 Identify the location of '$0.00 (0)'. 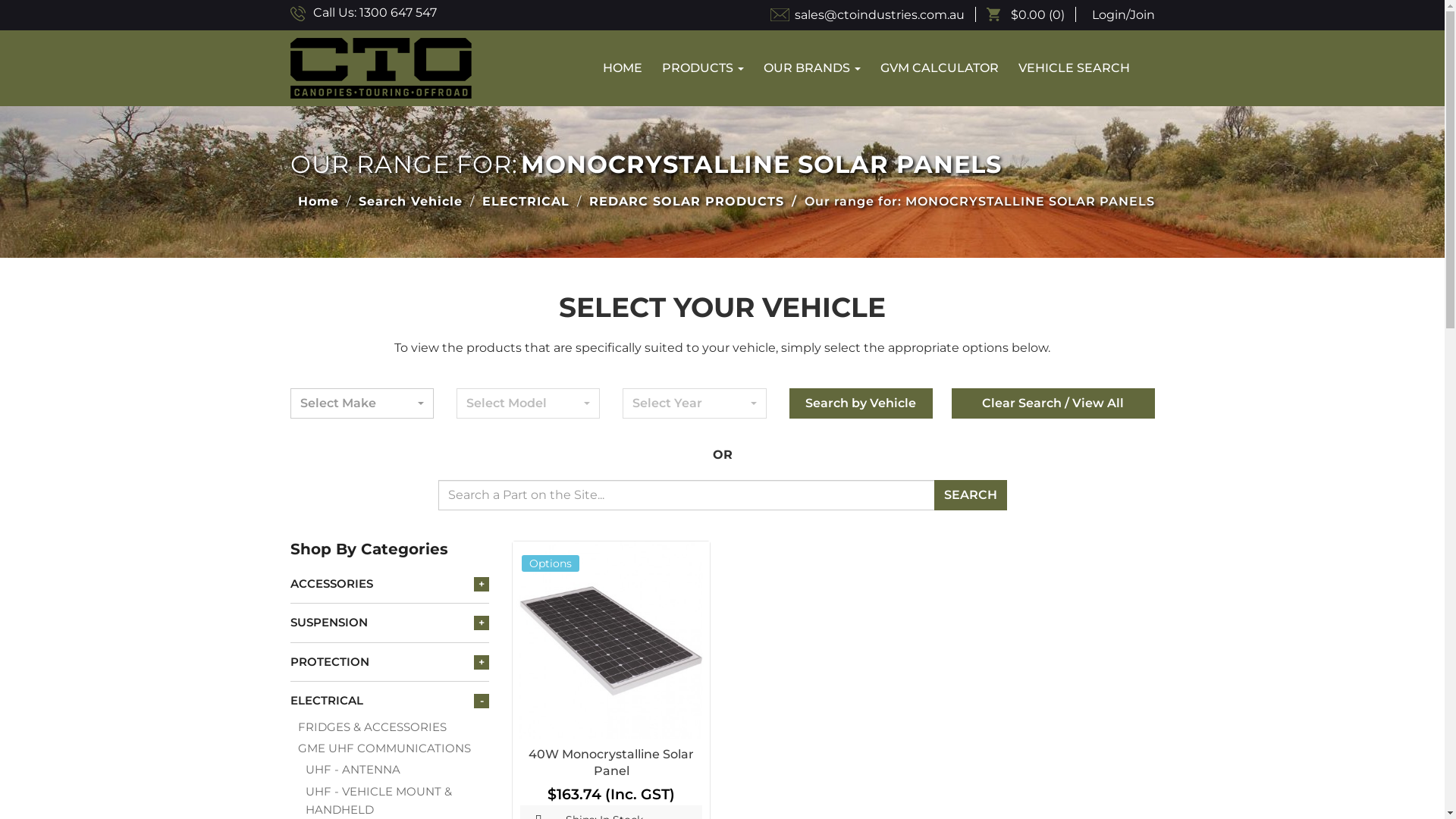
(1030, 14).